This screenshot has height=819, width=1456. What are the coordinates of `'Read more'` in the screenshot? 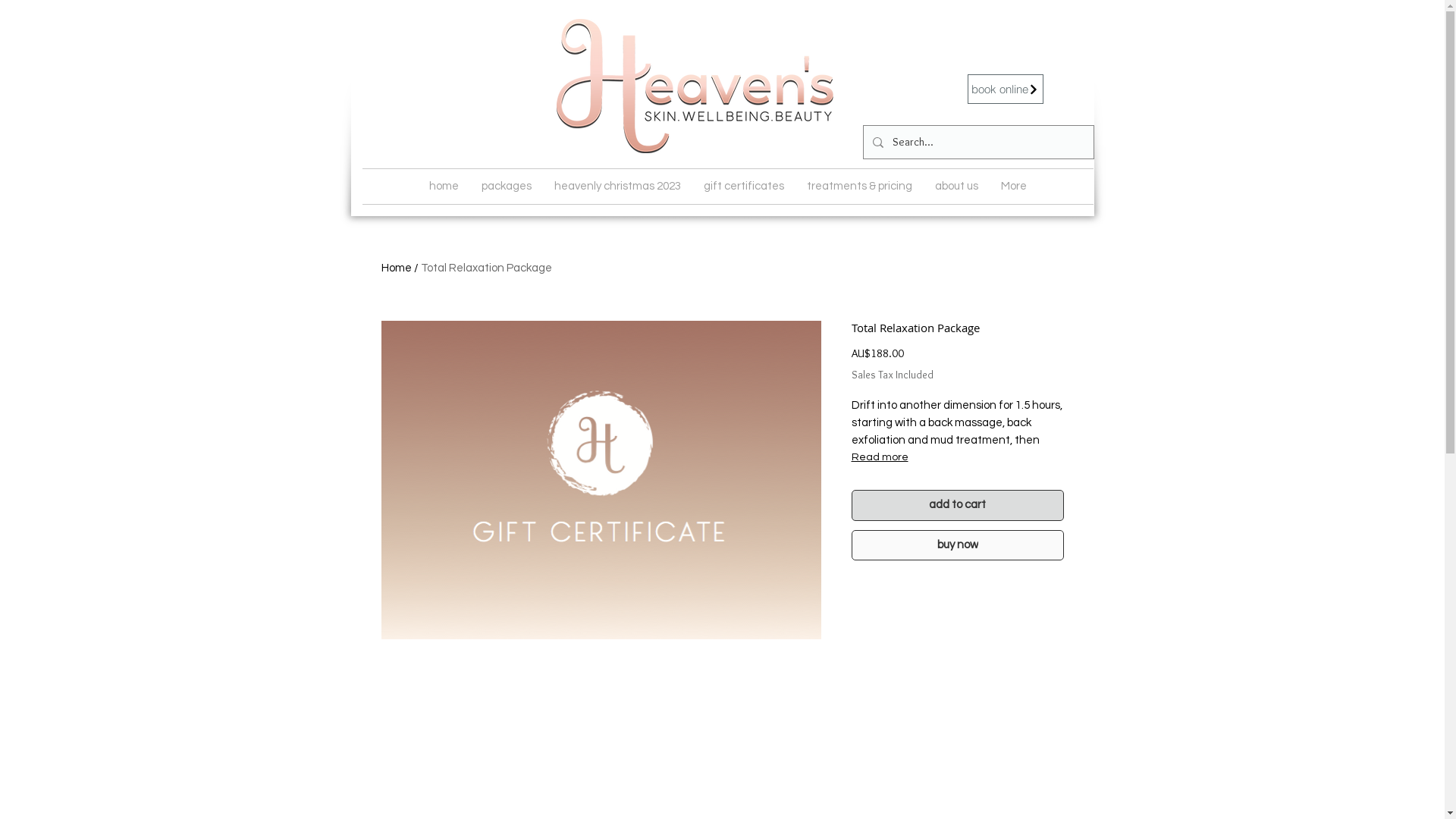 It's located at (956, 456).